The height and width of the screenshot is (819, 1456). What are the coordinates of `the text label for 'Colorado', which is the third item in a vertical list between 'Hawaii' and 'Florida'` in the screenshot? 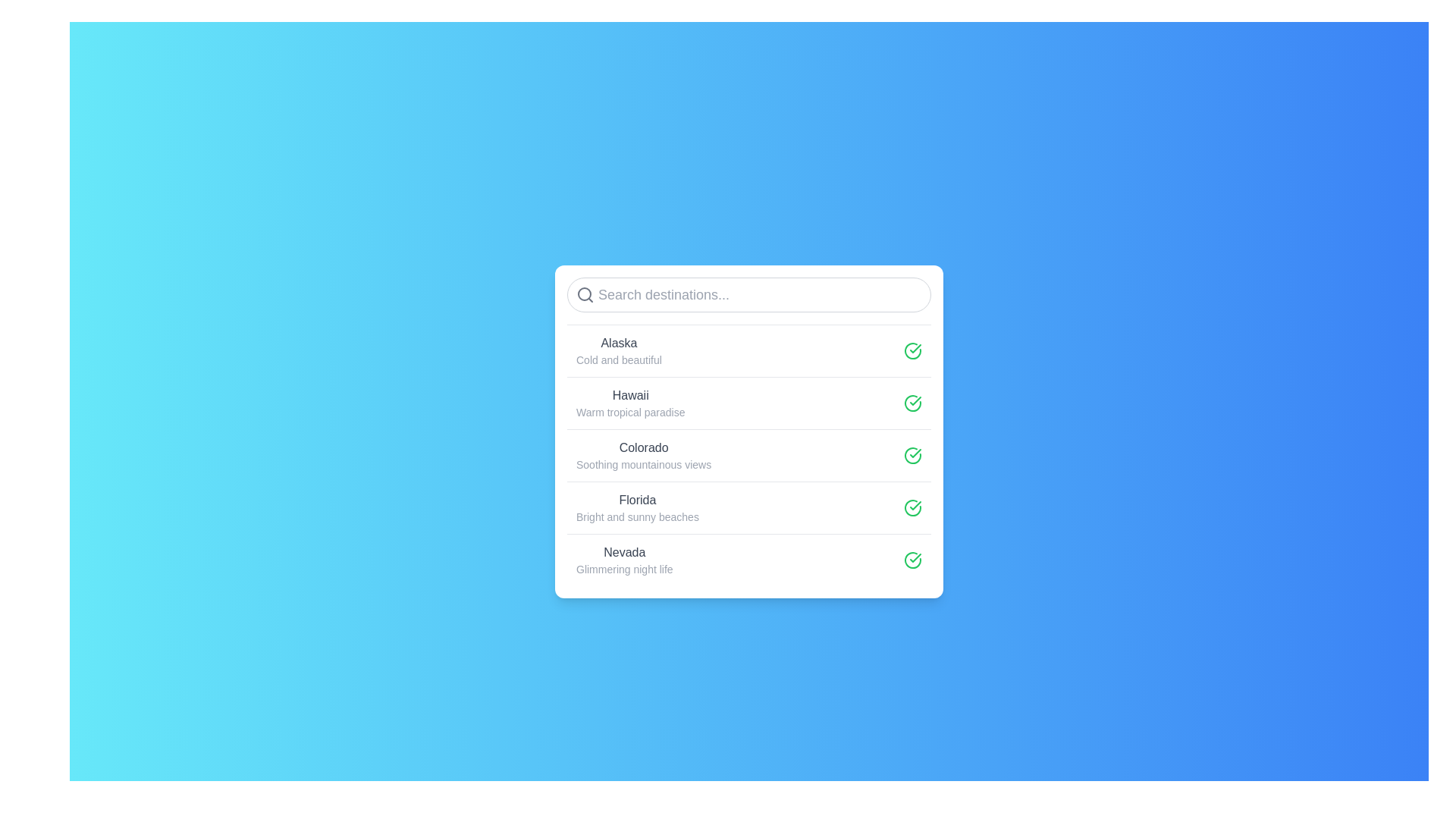 It's located at (644, 454).